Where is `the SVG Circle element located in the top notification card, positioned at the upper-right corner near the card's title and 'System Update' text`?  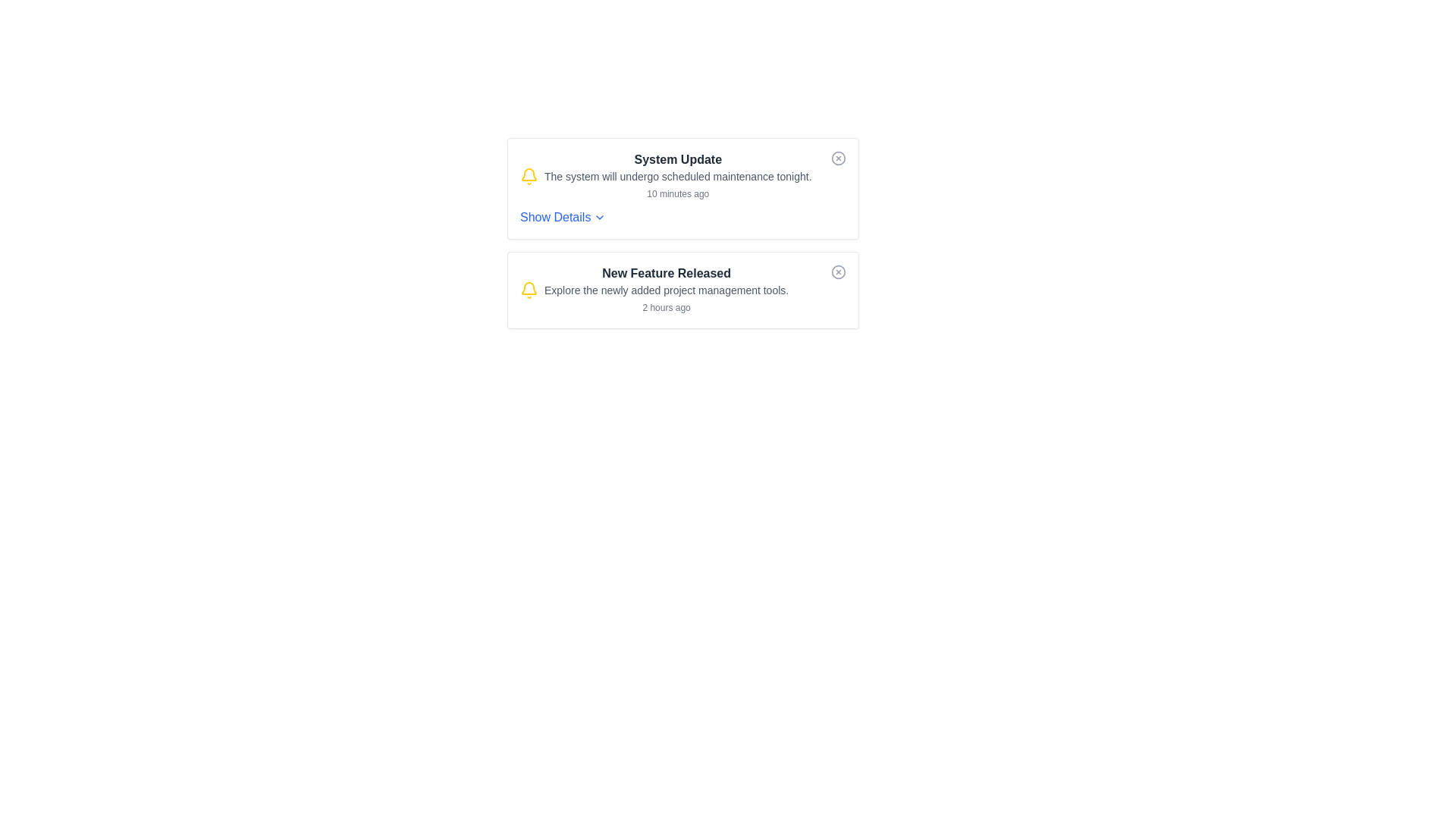
the SVG Circle element located in the top notification card, positioned at the upper-right corner near the card's title and 'System Update' text is located at coordinates (837, 158).